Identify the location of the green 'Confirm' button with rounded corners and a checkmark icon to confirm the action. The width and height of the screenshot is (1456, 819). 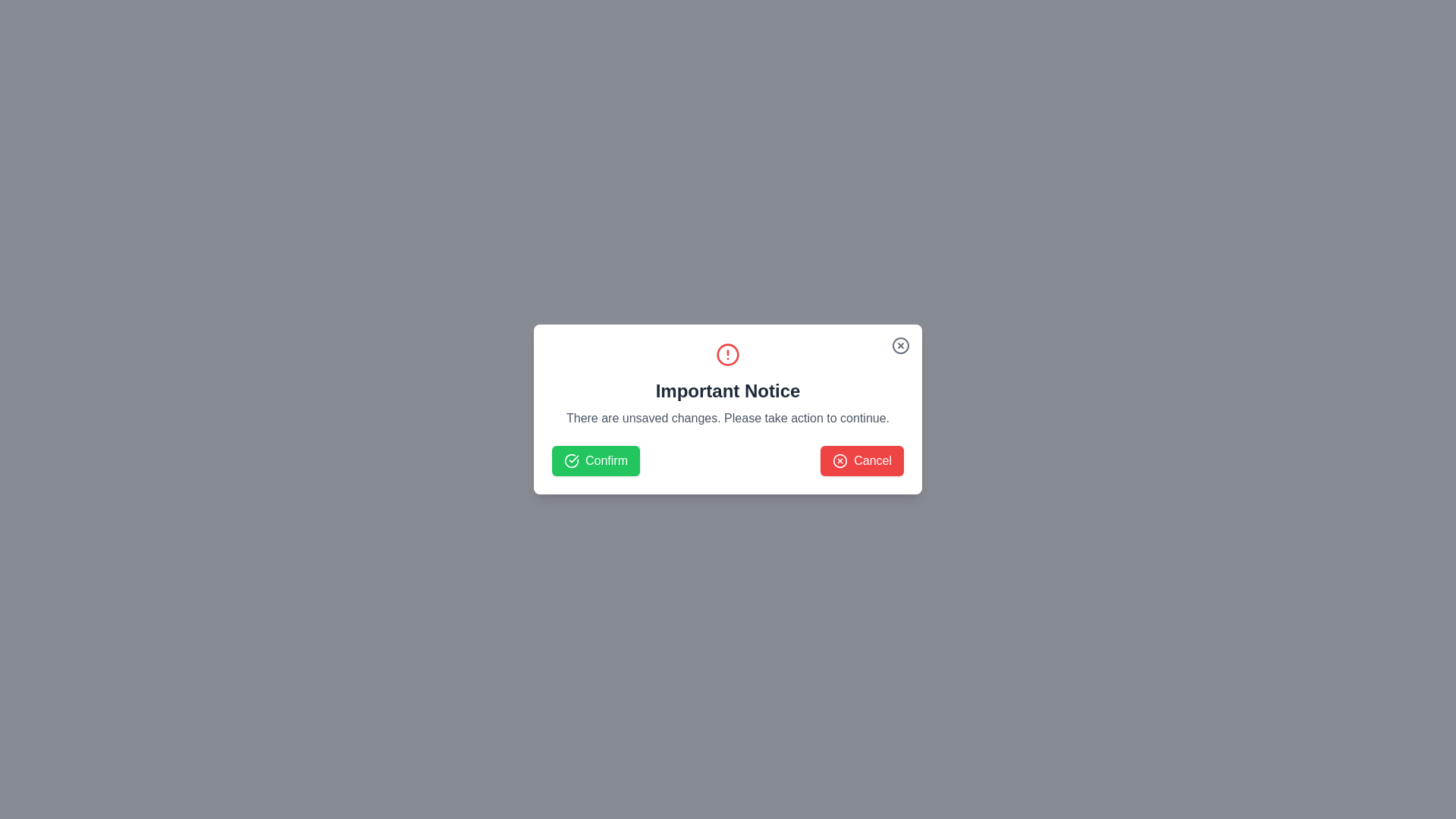
(595, 460).